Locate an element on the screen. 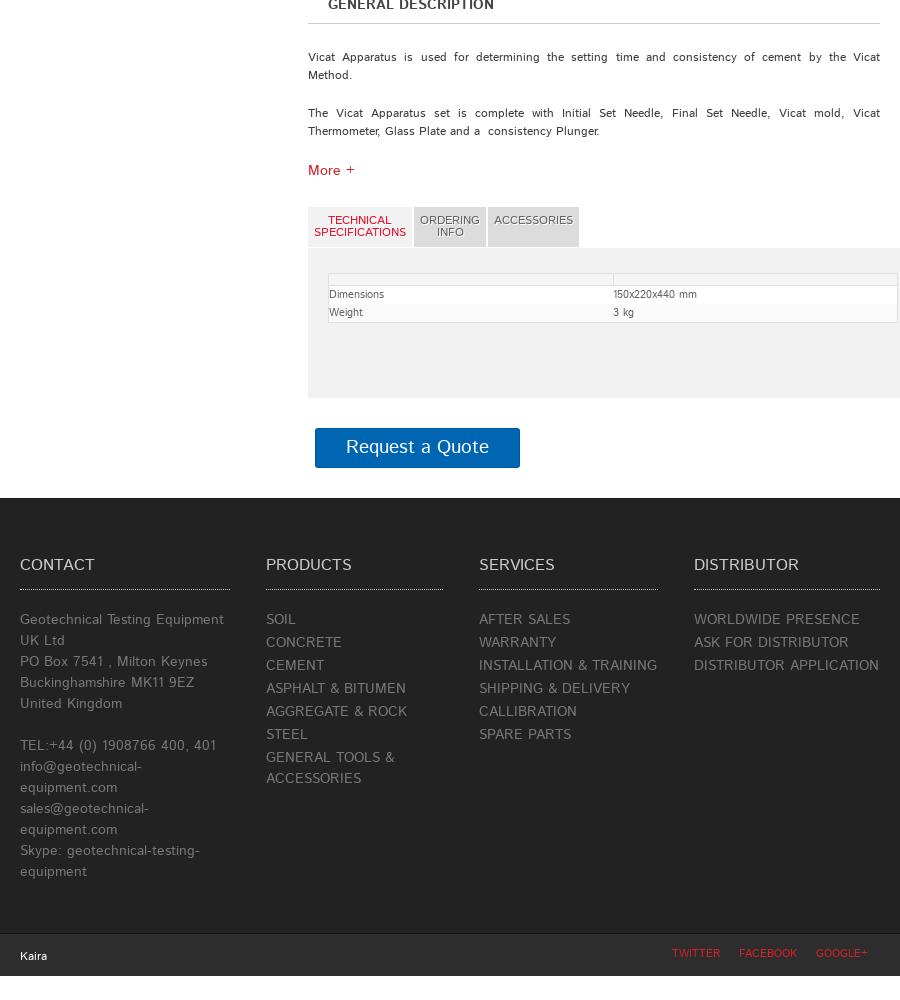 This screenshot has width=900, height=1000. 'DISTRIBUTOR' is located at coordinates (744, 564).